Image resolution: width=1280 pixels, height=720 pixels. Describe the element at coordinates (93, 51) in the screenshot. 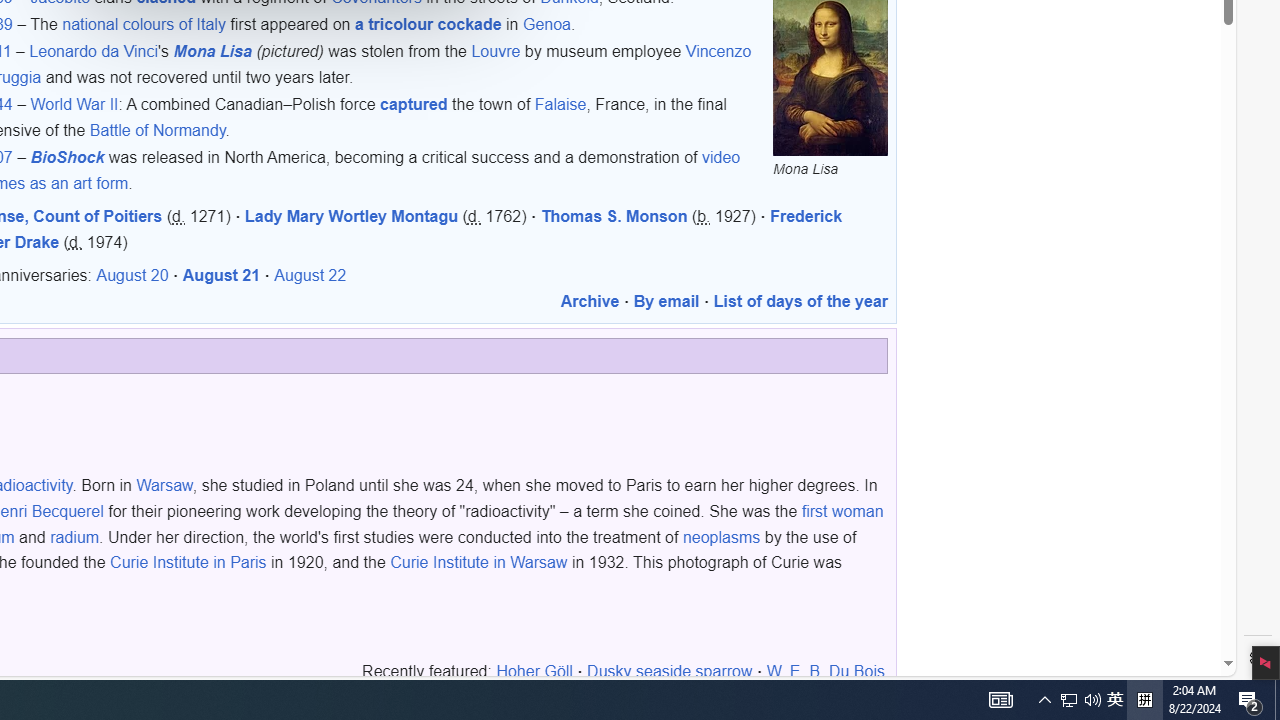

I see `'Leonardo da Vinci'` at that location.